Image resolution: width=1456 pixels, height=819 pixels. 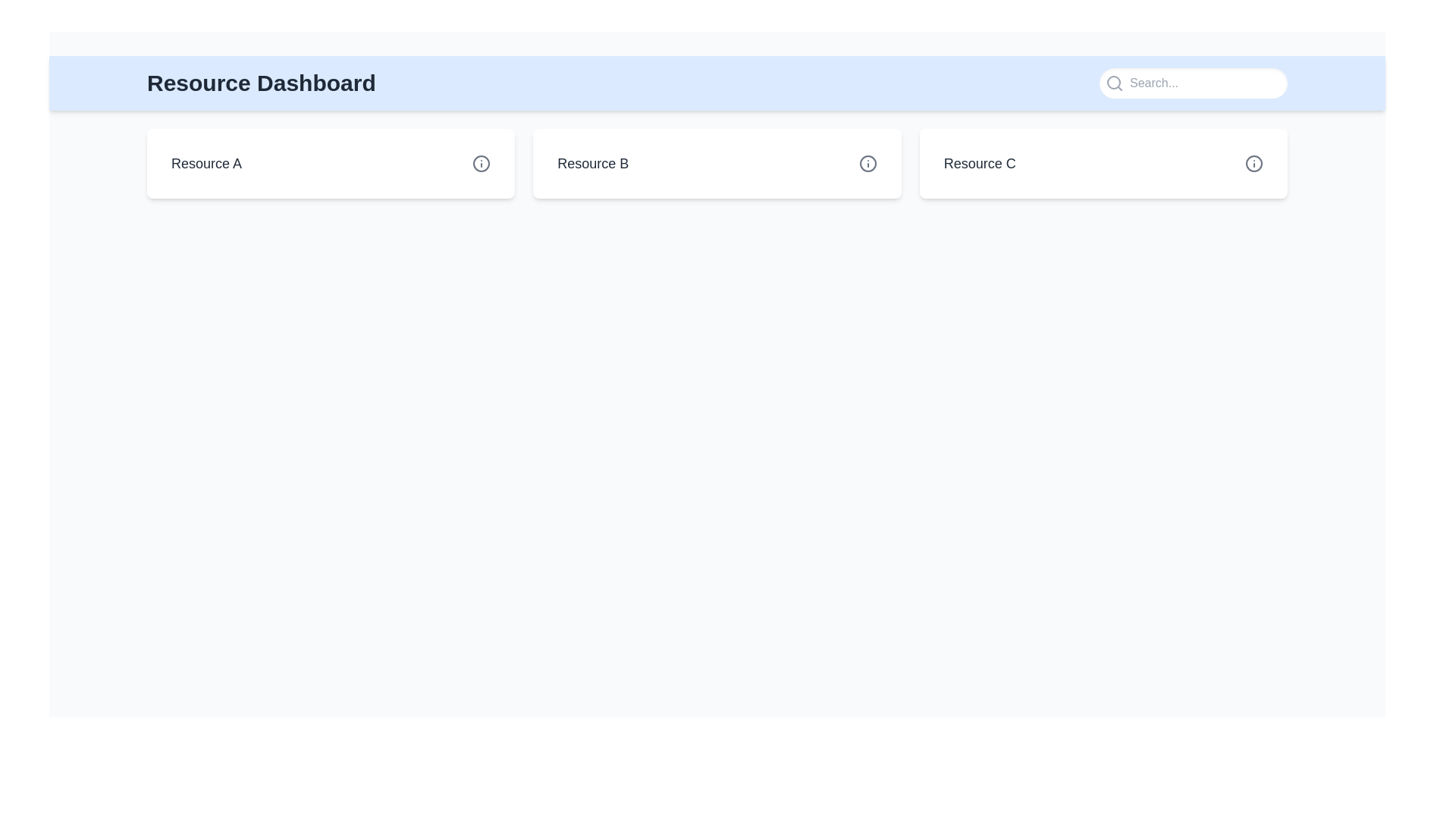 What do you see at coordinates (592, 164) in the screenshot?
I see `the text label displaying 'Resource B' in bold dark gray` at bounding box center [592, 164].